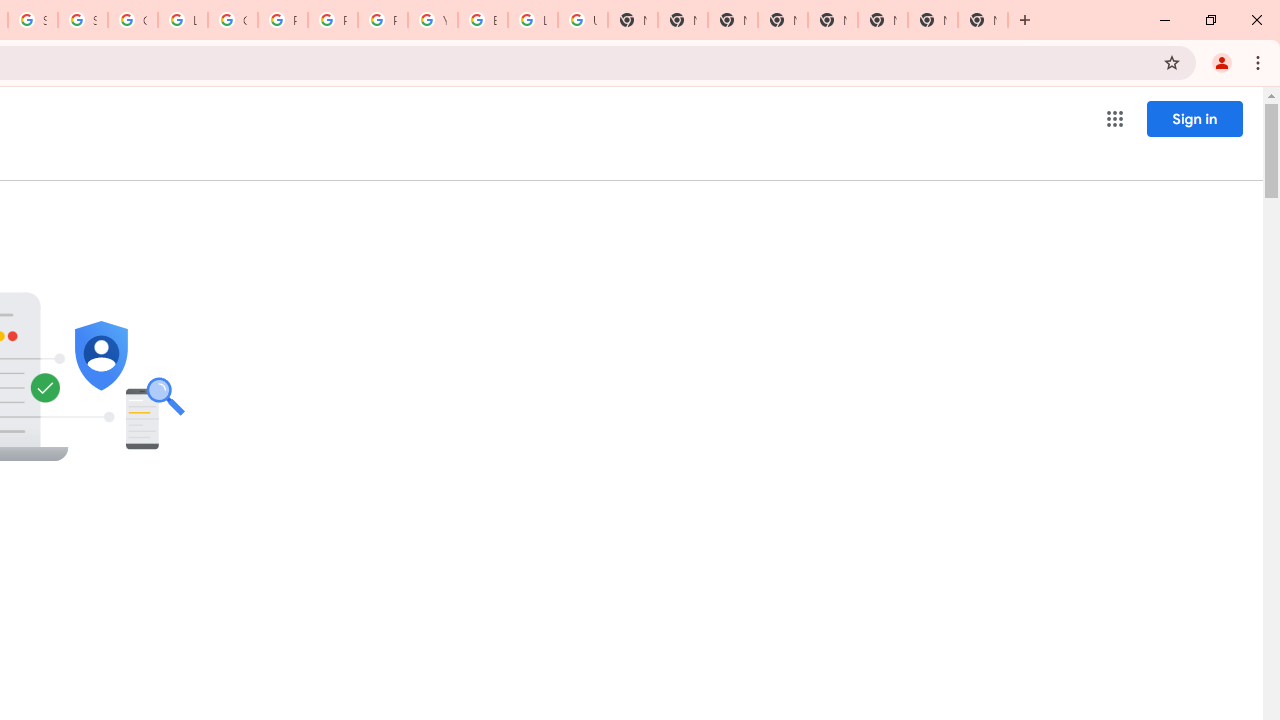 The image size is (1280, 720). What do you see at coordinates (81, 20) in the screenshot?
I see `'Sign in - Google Accounts'` at bounding box center [81, 20].